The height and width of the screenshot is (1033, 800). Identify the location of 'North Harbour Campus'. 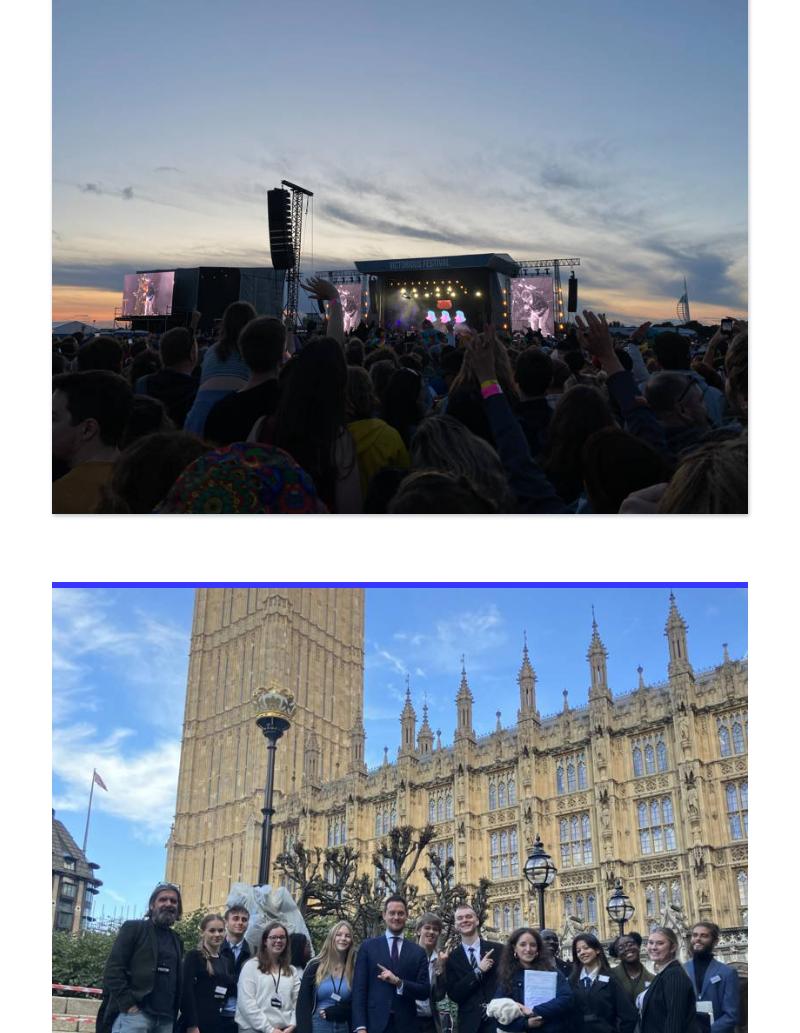
(143, 711).